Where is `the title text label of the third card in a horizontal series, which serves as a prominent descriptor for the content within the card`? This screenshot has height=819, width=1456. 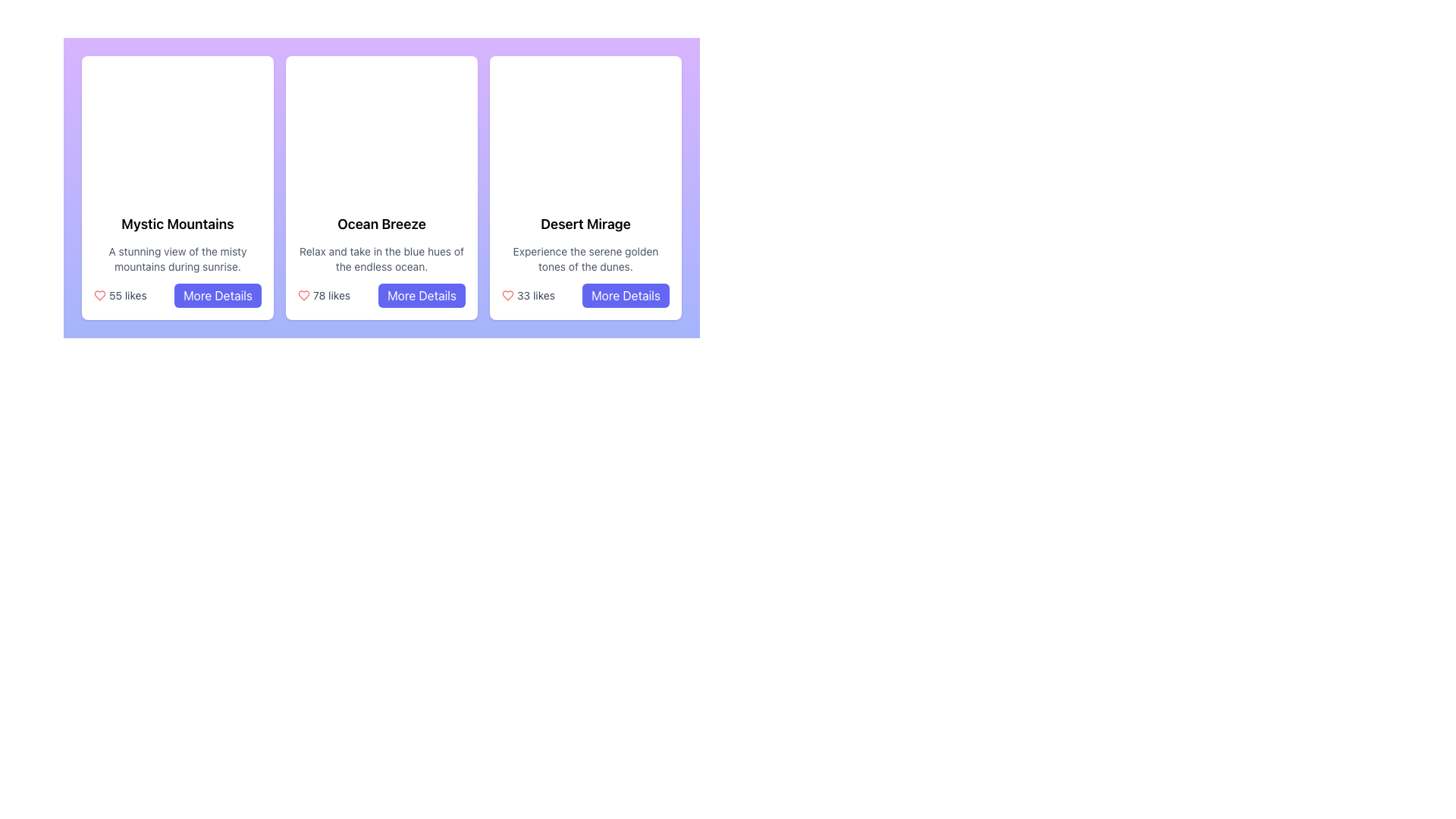
the title text label of the third card in a horizontal series, which serves as a prominent descriptor for the content within the card is located at coordinates (585, 224).